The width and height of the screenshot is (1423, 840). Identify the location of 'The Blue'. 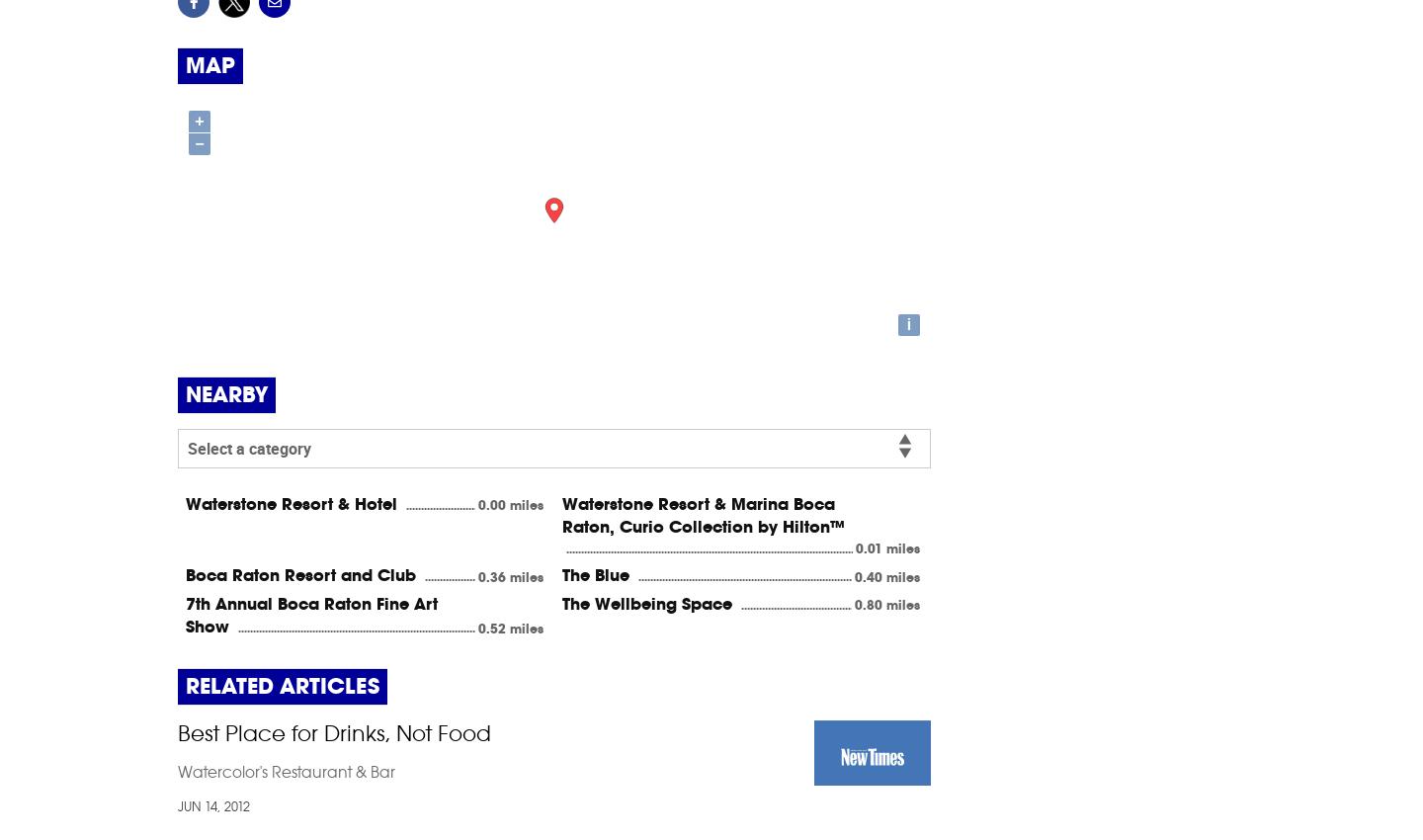
(597, 574).